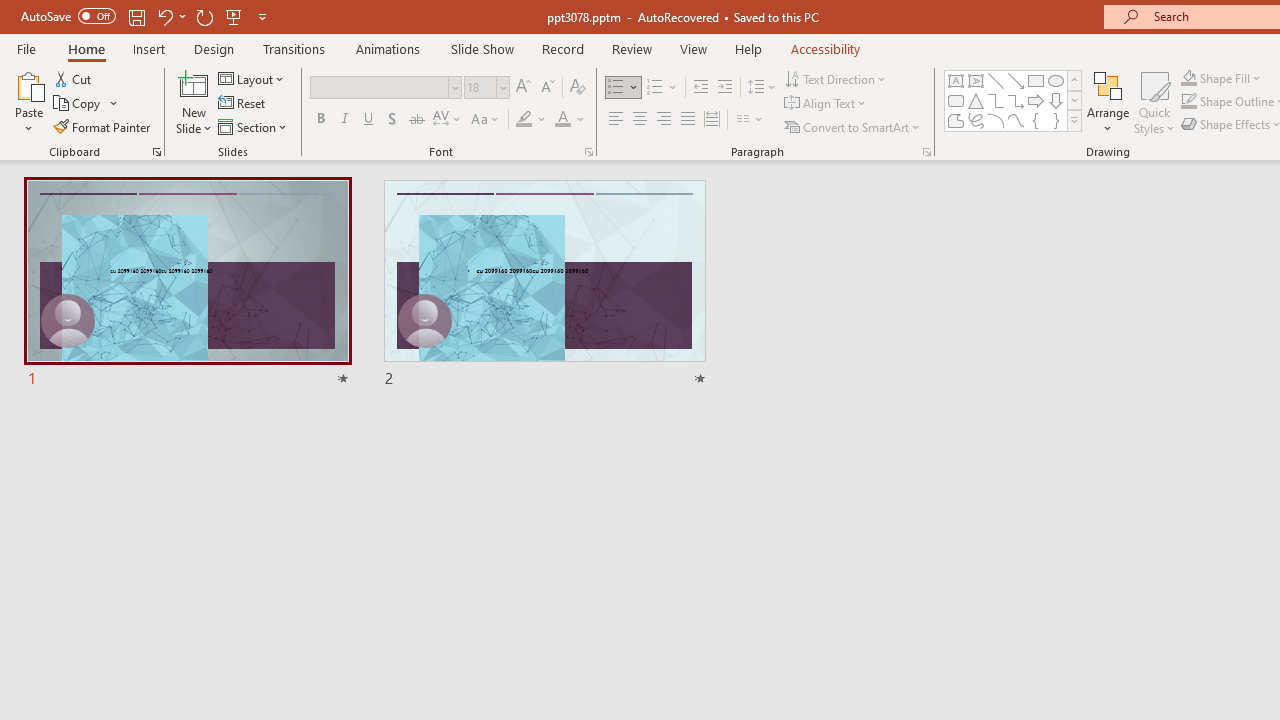 This screenshot has height=720, width=1280. Describe the element at coordinates (688, 119) in the screenshot. I see `'Justify'` at that location.